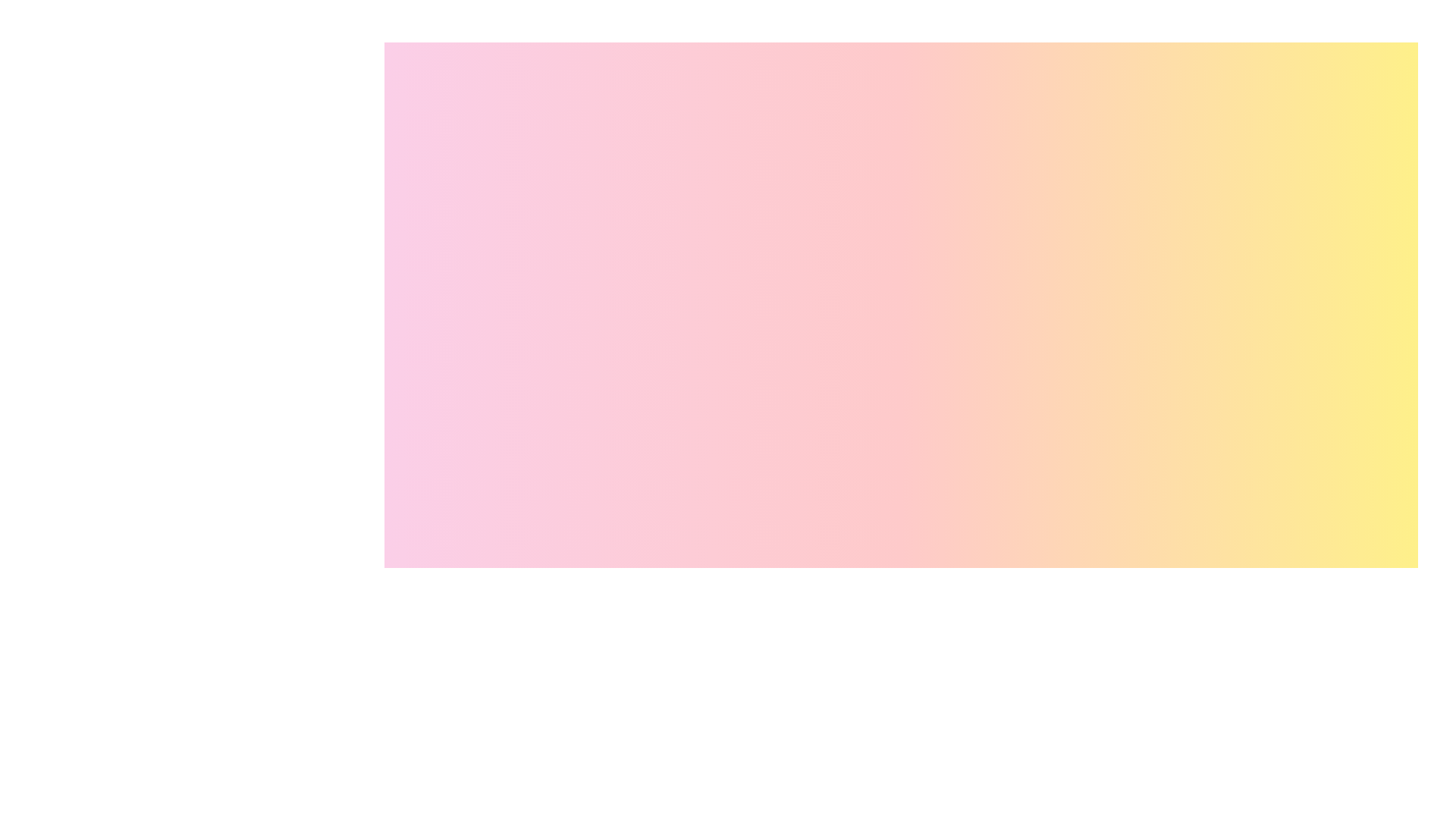  What do you see at coordinates (1392, 675) in the screenshot?
I see `the menu item Favorites from the ExploreSpeedDial component` at bounding box center [1392, 675].